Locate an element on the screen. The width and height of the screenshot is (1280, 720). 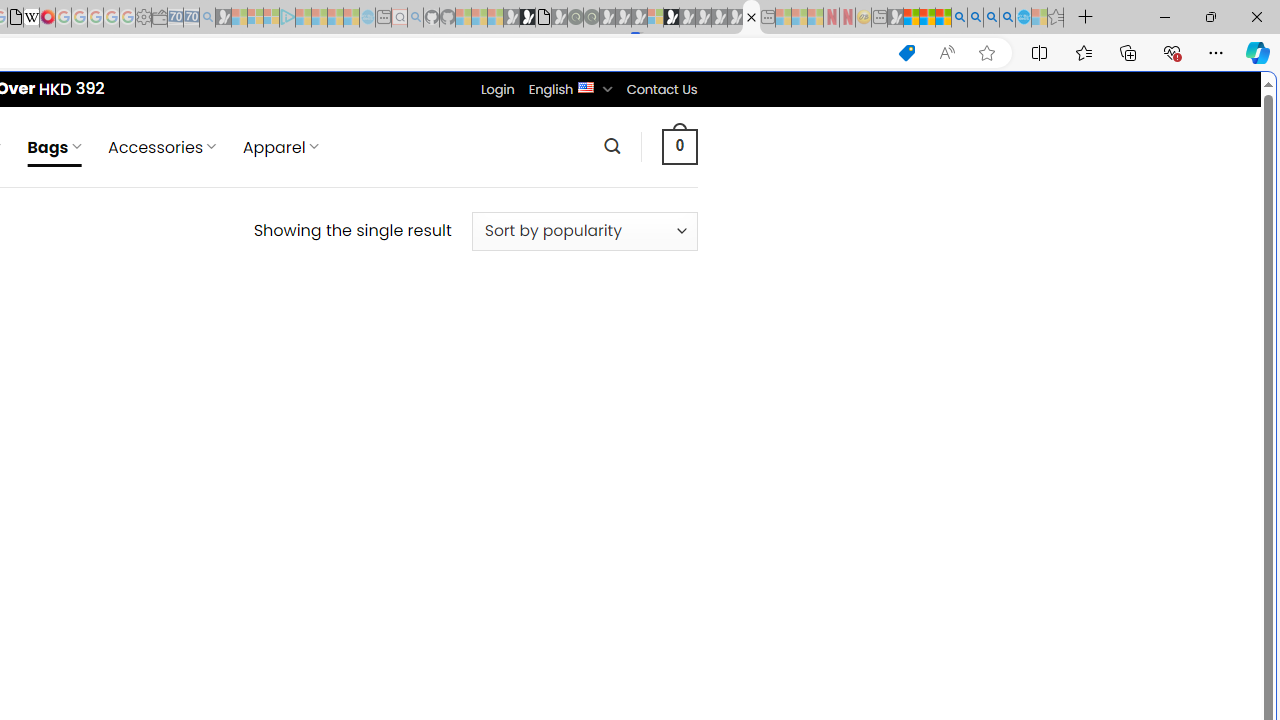
'Shop order' is located at coordinates (583, 230).